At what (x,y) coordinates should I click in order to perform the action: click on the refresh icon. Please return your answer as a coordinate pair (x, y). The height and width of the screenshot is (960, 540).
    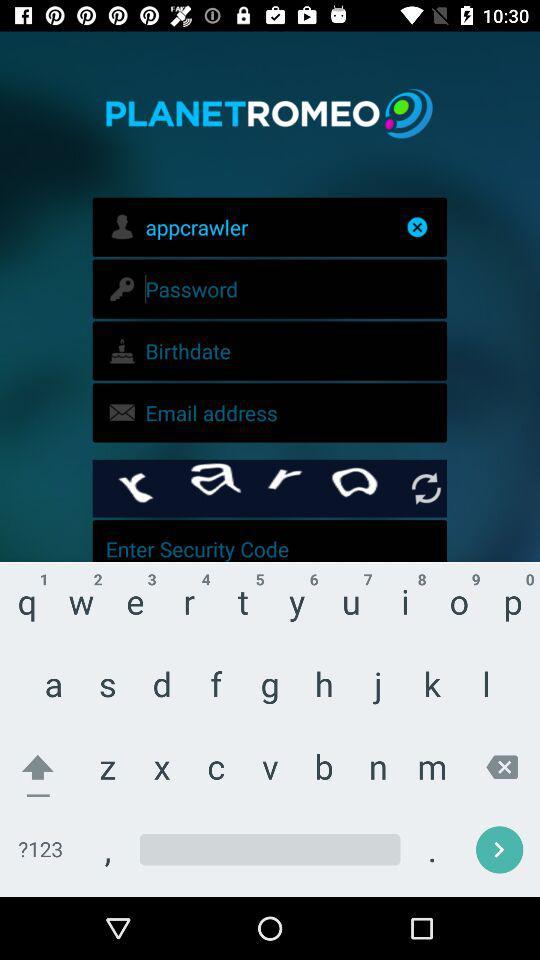
    Looking at the image, I should click on (425, 487).